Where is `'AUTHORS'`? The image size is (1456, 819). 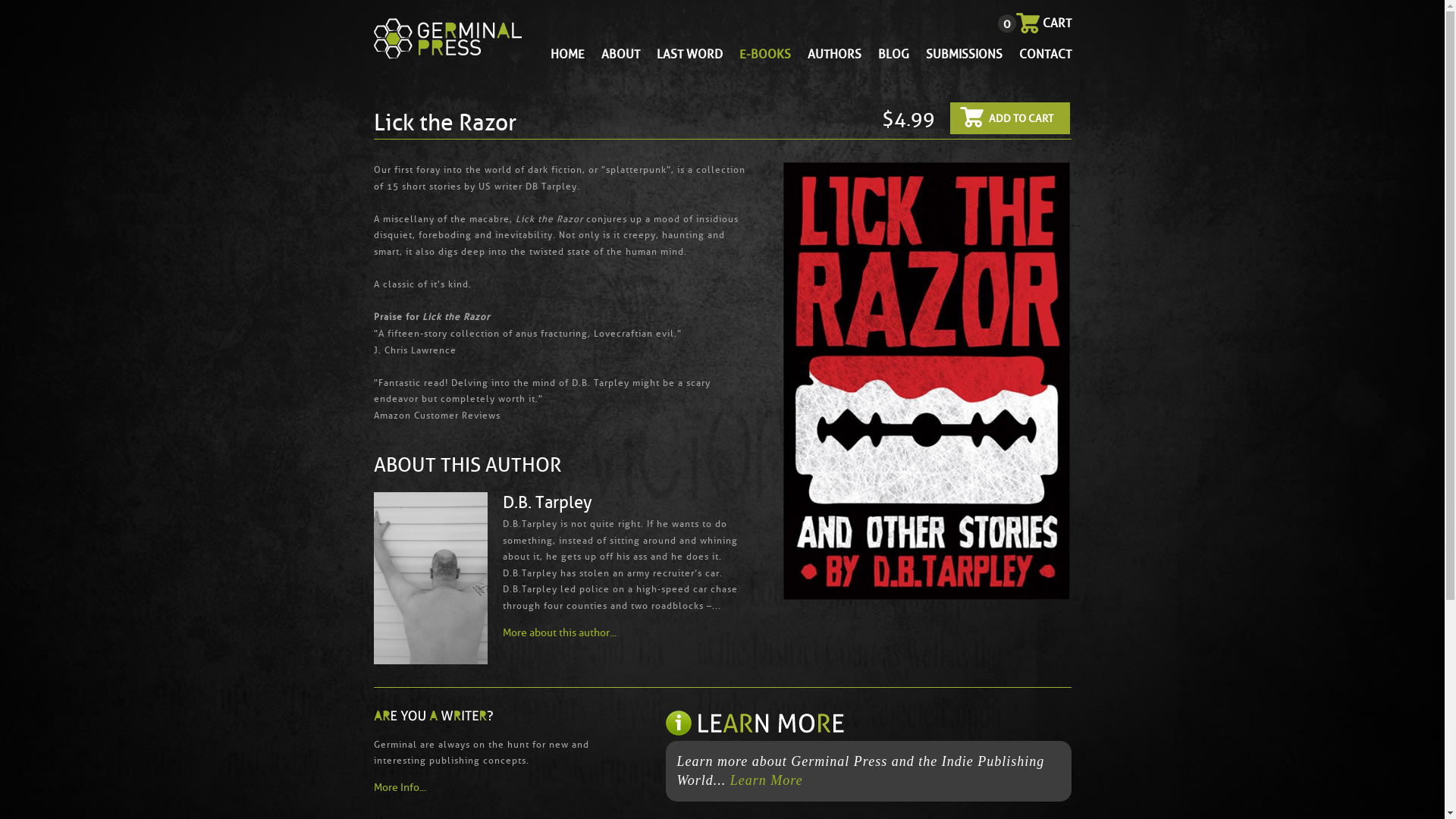
'AUTHORS' is located at coordinates (833, 53).